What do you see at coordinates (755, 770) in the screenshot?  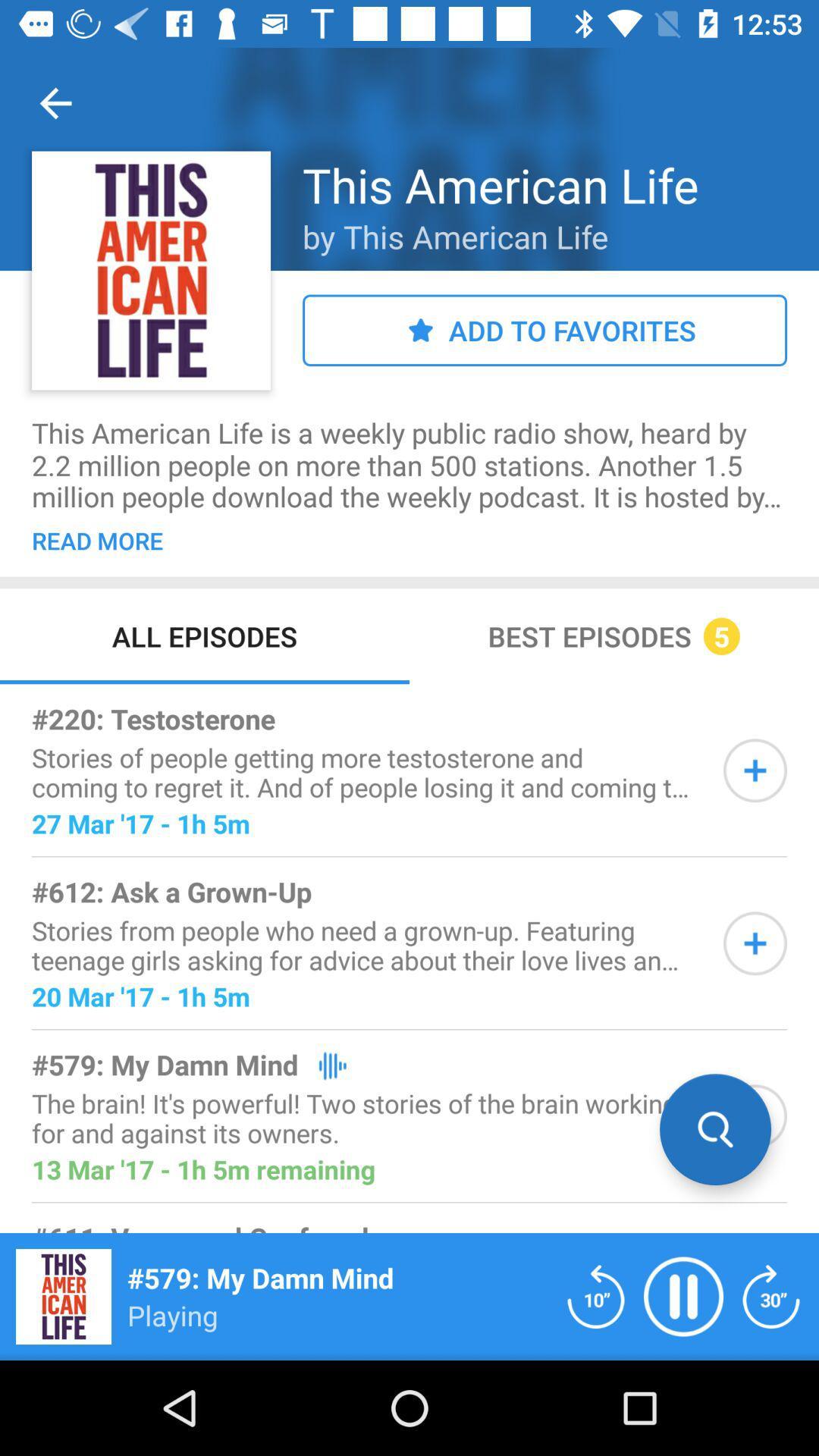 I see `show more` at bounding box center [755, 770].